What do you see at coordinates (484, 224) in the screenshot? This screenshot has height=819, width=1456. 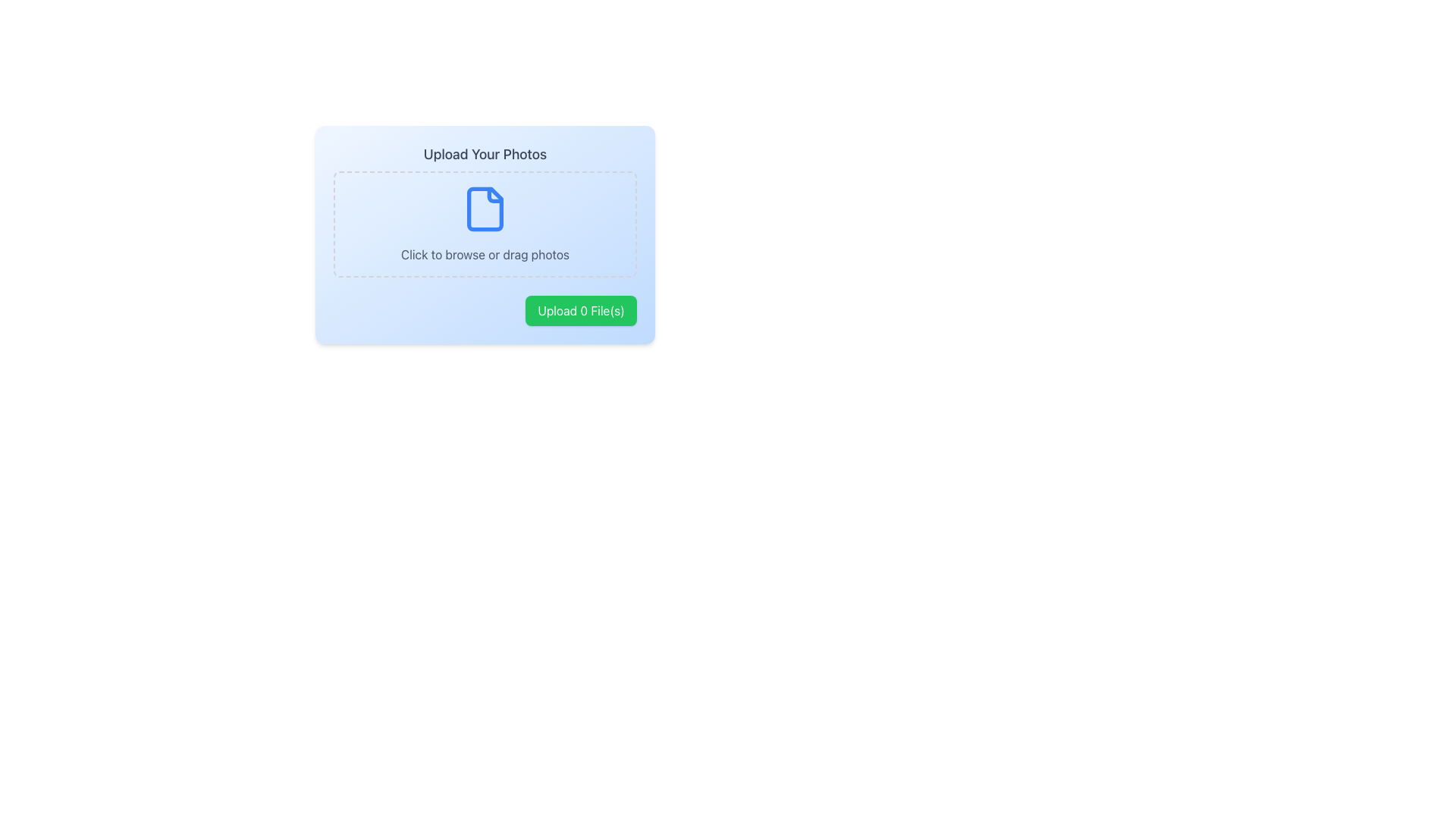 I see `the instructional text element with a file icon, which features a blue outline and the text 'Click to browse or drag photos'` at bounding box center [484, 224].